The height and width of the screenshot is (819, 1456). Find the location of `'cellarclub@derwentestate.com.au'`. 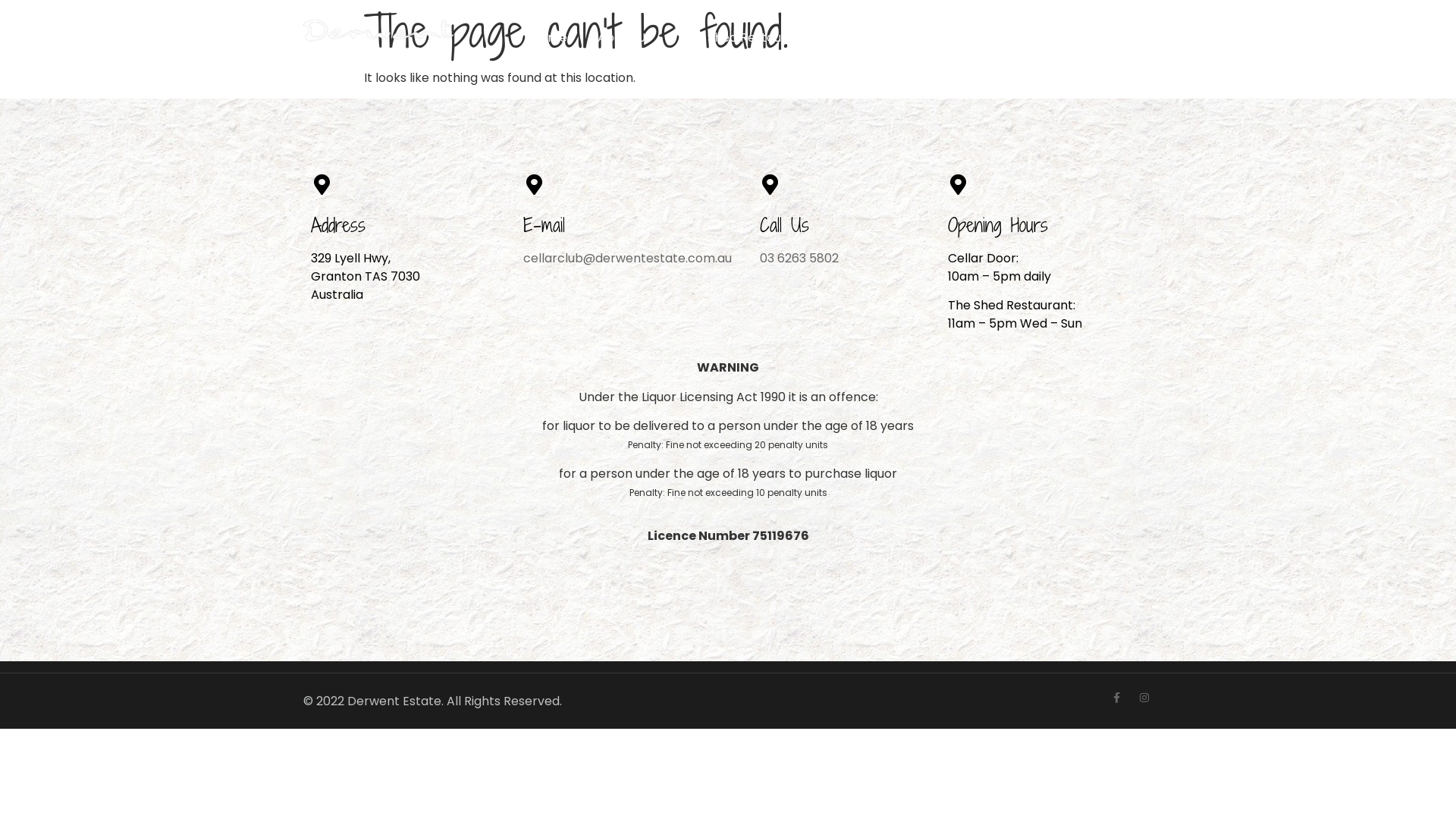

'cellarclub@derwentestate.com.au' is located at coordinates (627, 257).